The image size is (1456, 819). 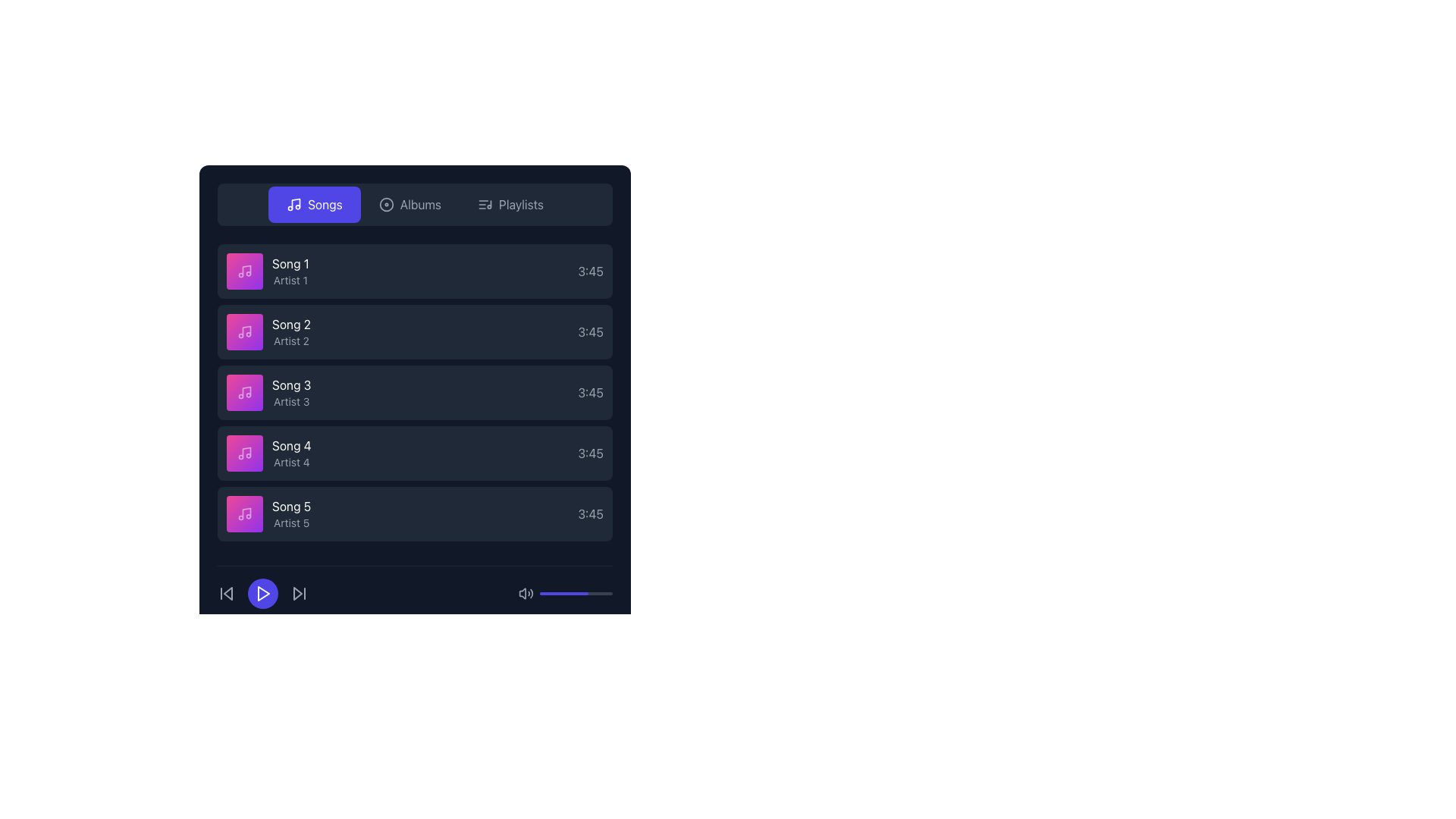 I want to click on the volume, so click(x=604, y=593).